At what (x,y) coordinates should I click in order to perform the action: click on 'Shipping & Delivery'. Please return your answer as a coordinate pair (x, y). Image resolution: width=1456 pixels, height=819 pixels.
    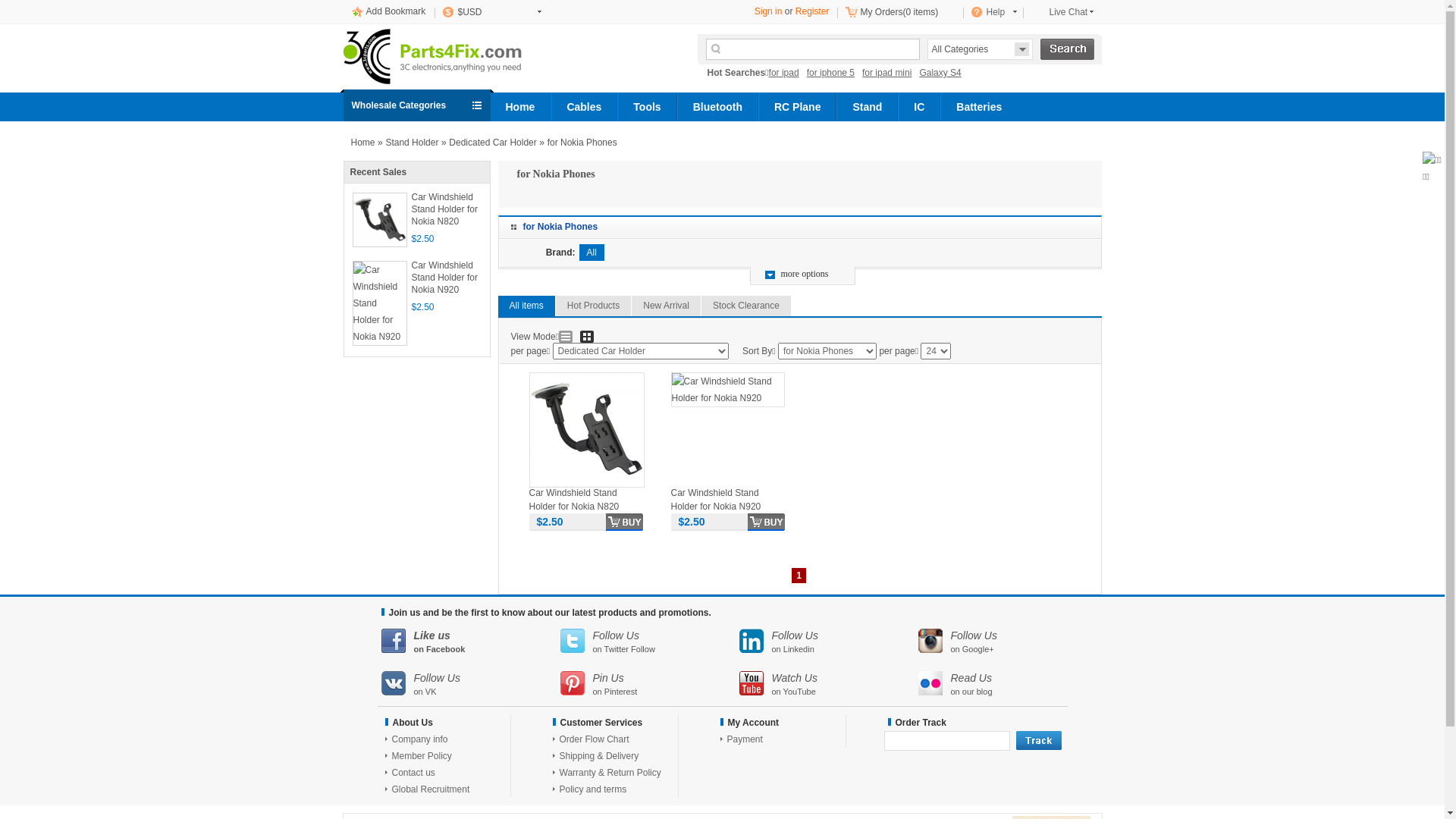
    Looking at the image, I should click on (598, 755).